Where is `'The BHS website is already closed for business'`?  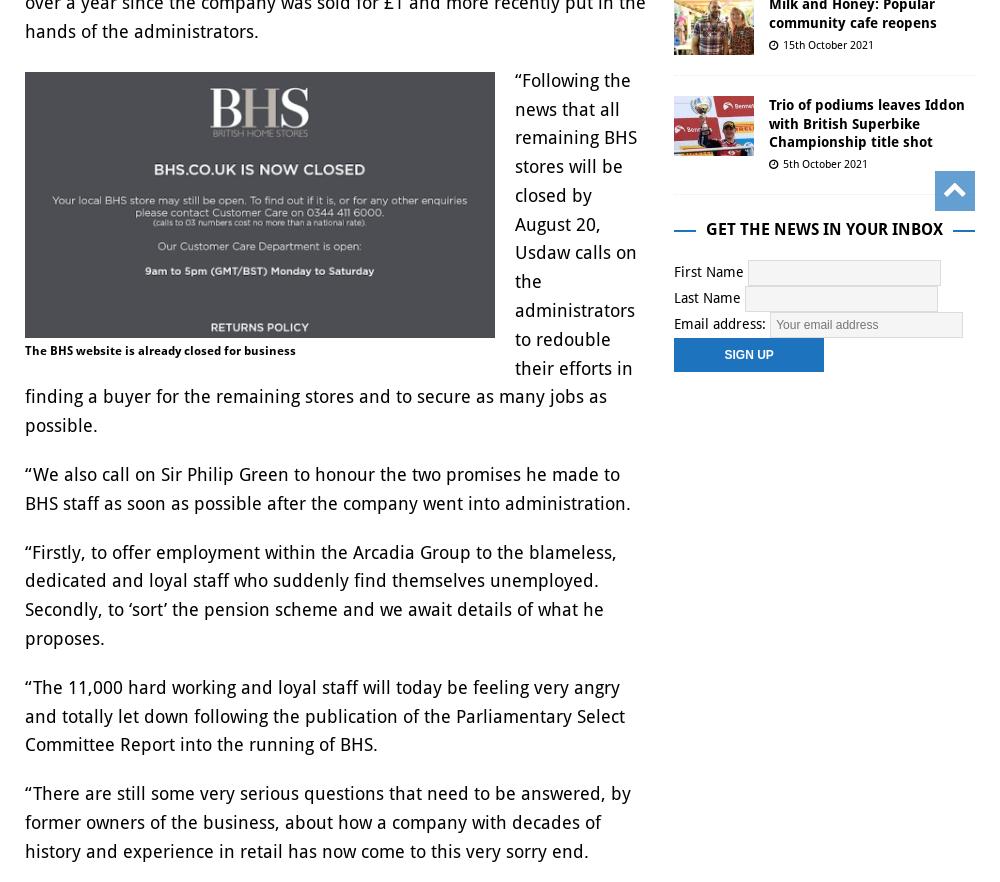
'The BHS website is already closed for business' is located at coordinates (160, 348).